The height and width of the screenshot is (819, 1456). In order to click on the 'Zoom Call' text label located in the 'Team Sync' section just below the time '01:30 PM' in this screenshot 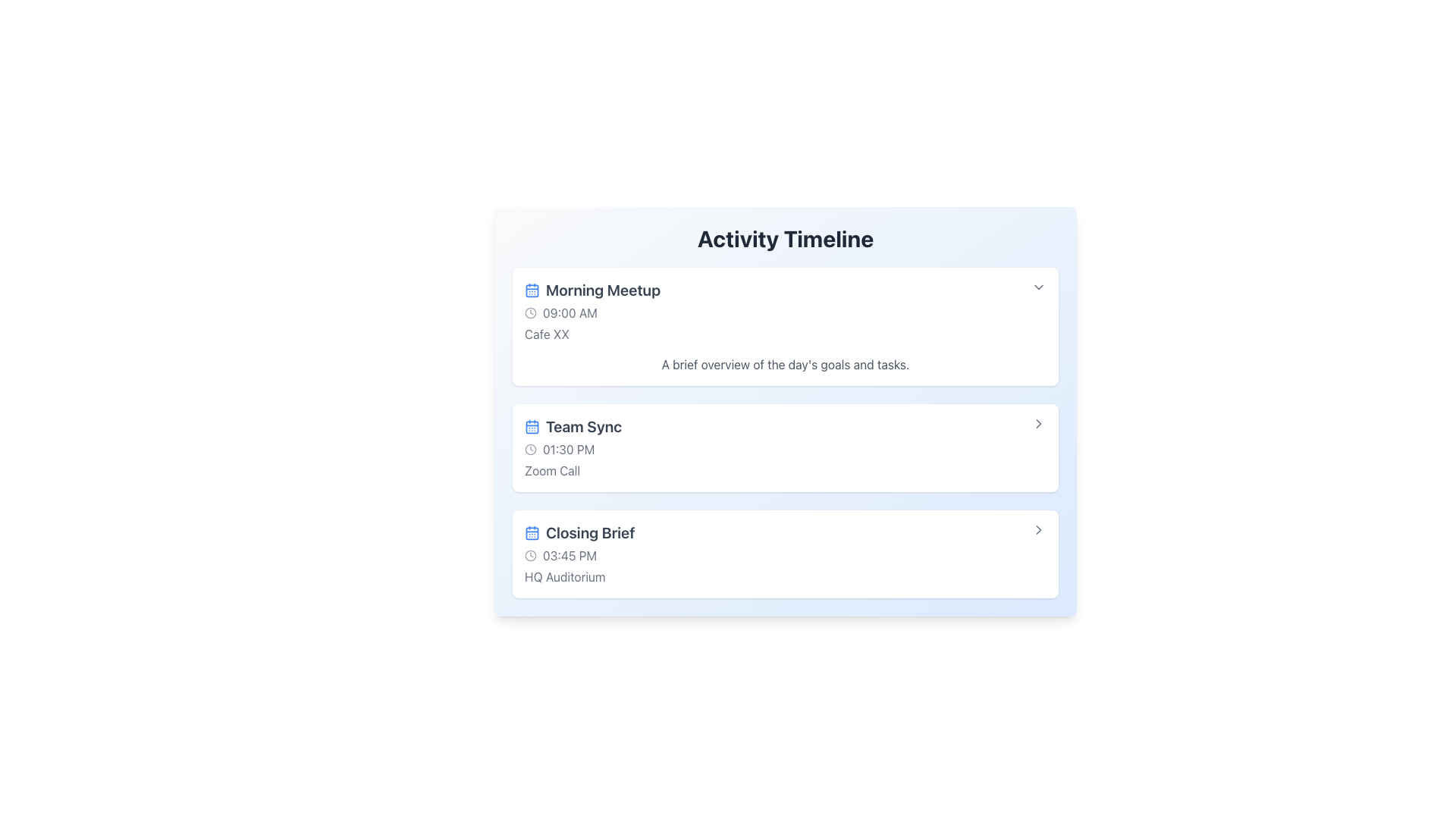, I will do `click(573, 470)`.